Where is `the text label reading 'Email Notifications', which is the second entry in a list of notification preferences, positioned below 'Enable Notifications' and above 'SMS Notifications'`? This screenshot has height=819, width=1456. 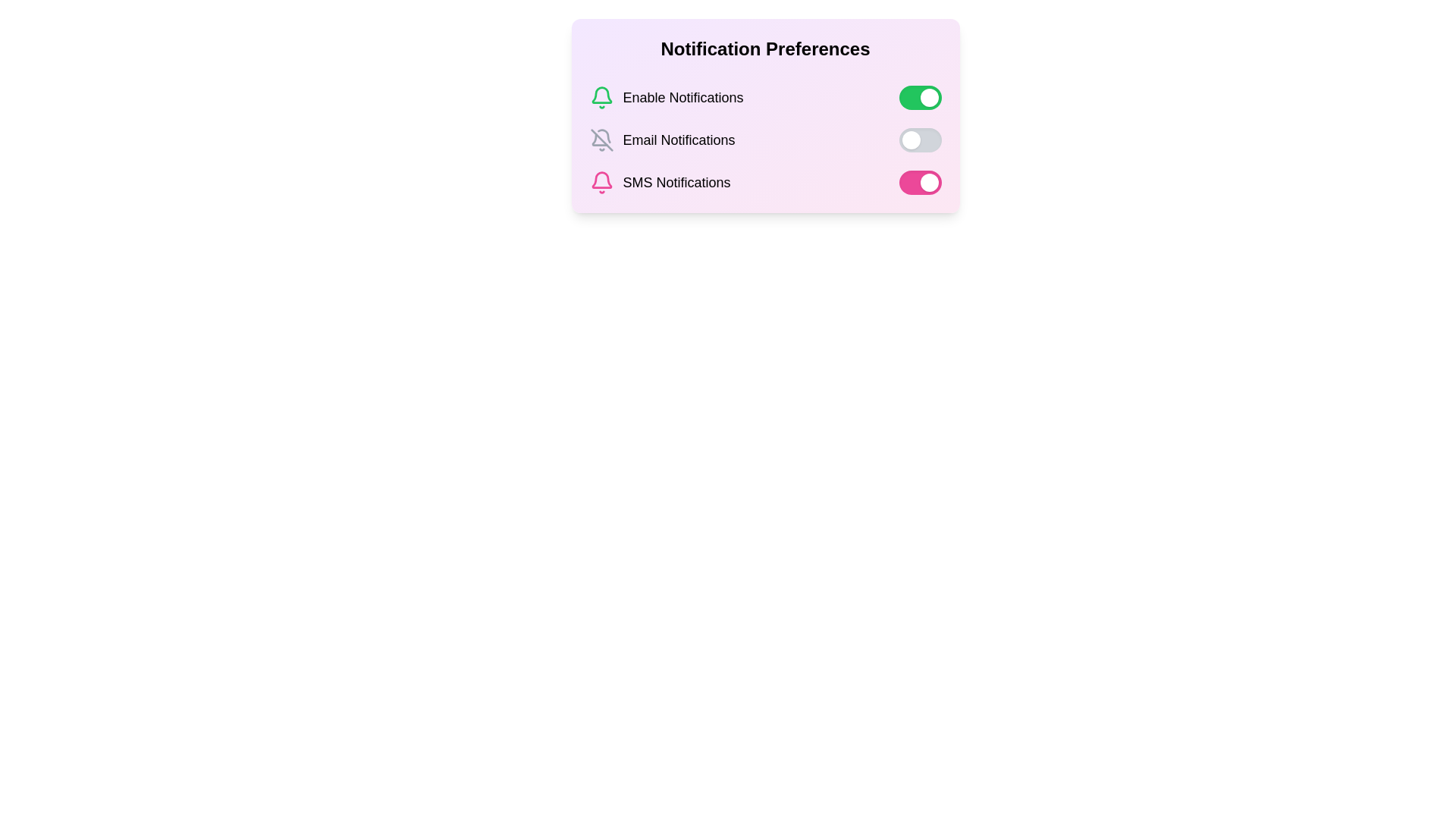 the text label reading 'Email Notifications', which is the second entry in a list of notification preferences, positioned below 'Enable Notifications' and above 'SMS Notifications' is located at coordinates (678, 140).